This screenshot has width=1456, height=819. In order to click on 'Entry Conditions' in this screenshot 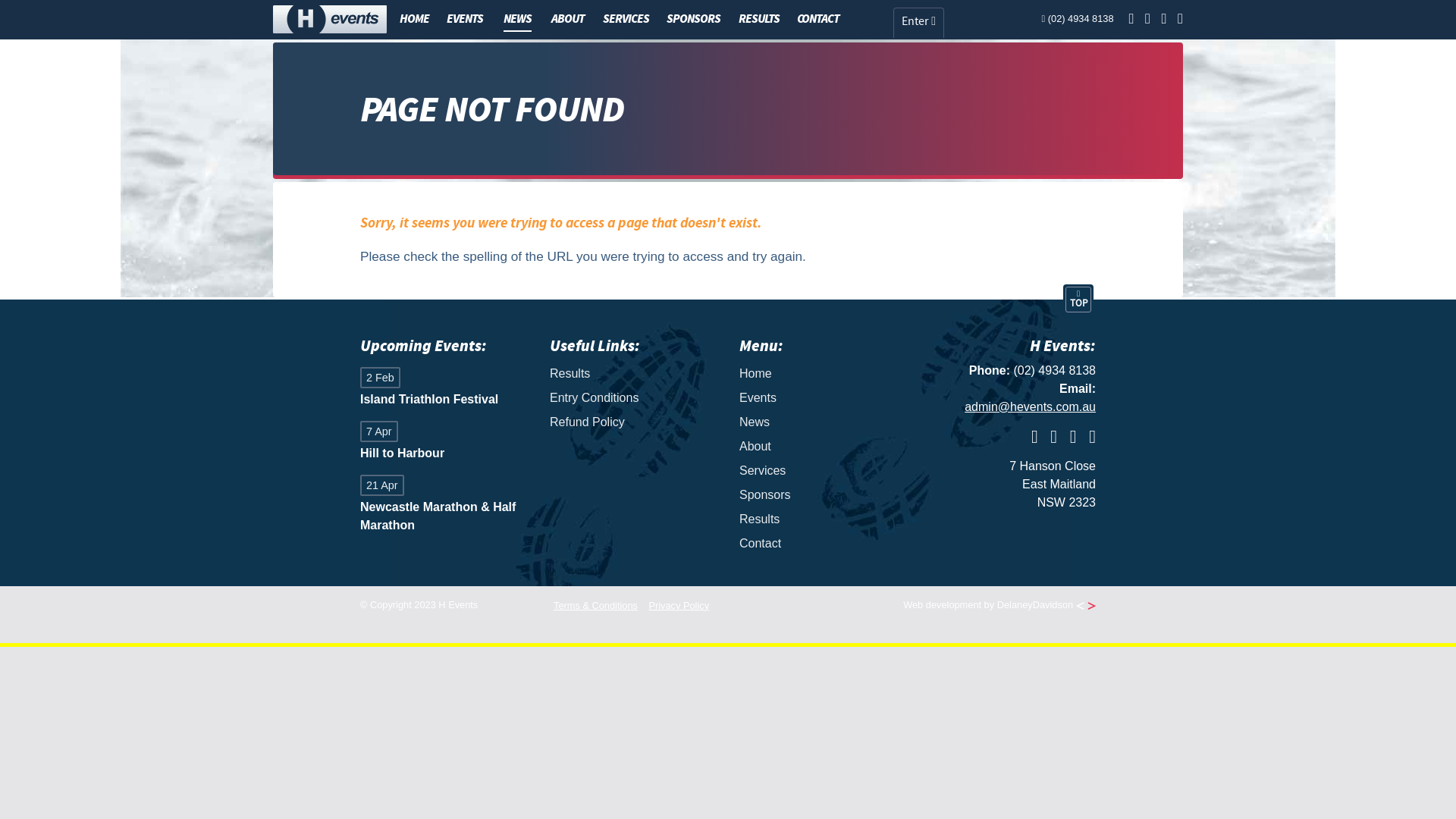, I will do `click(548, 397)`.